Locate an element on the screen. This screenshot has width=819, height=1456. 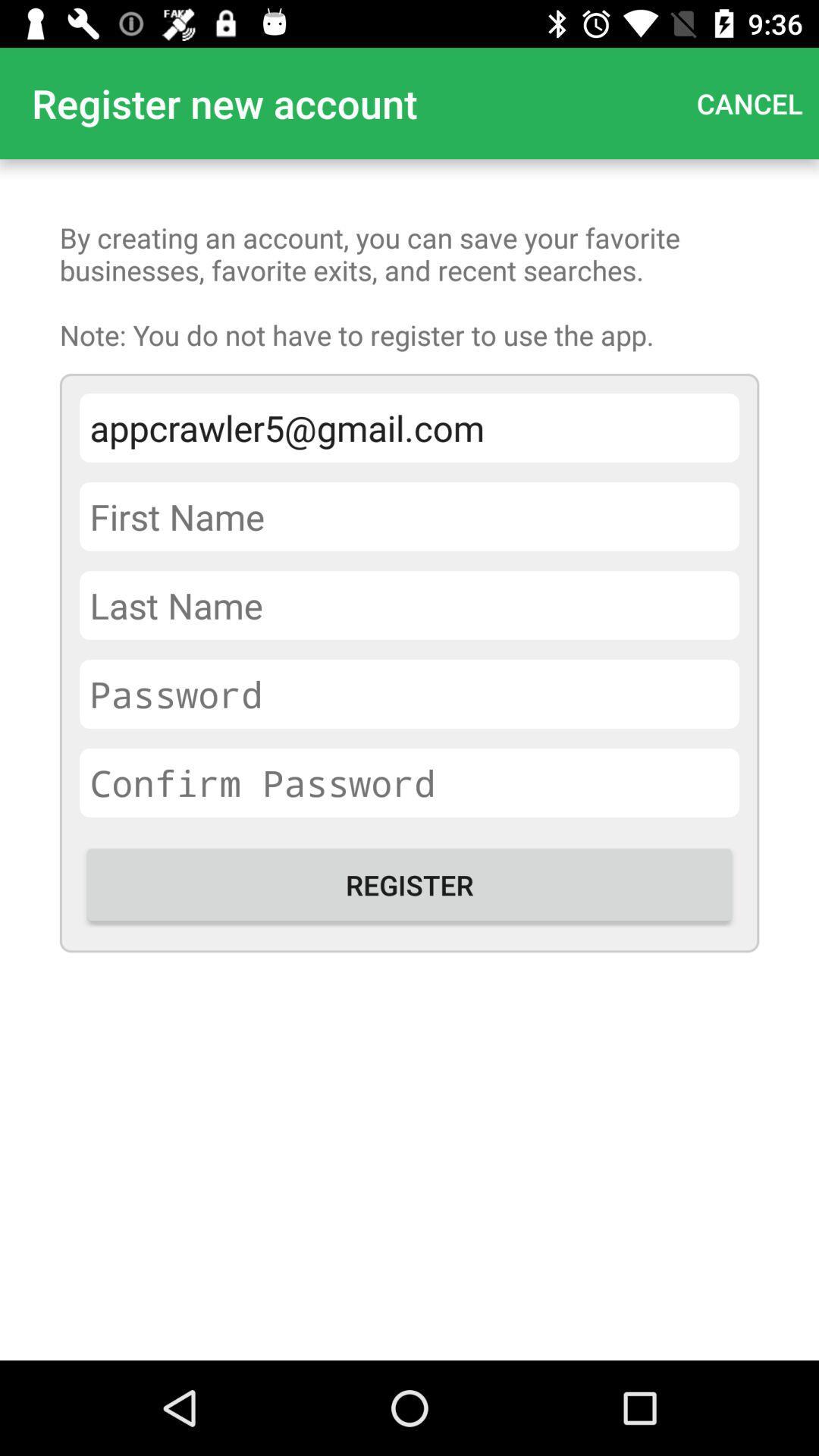
appcrawler5@gmail.com item is located at coordinates (409, 427).